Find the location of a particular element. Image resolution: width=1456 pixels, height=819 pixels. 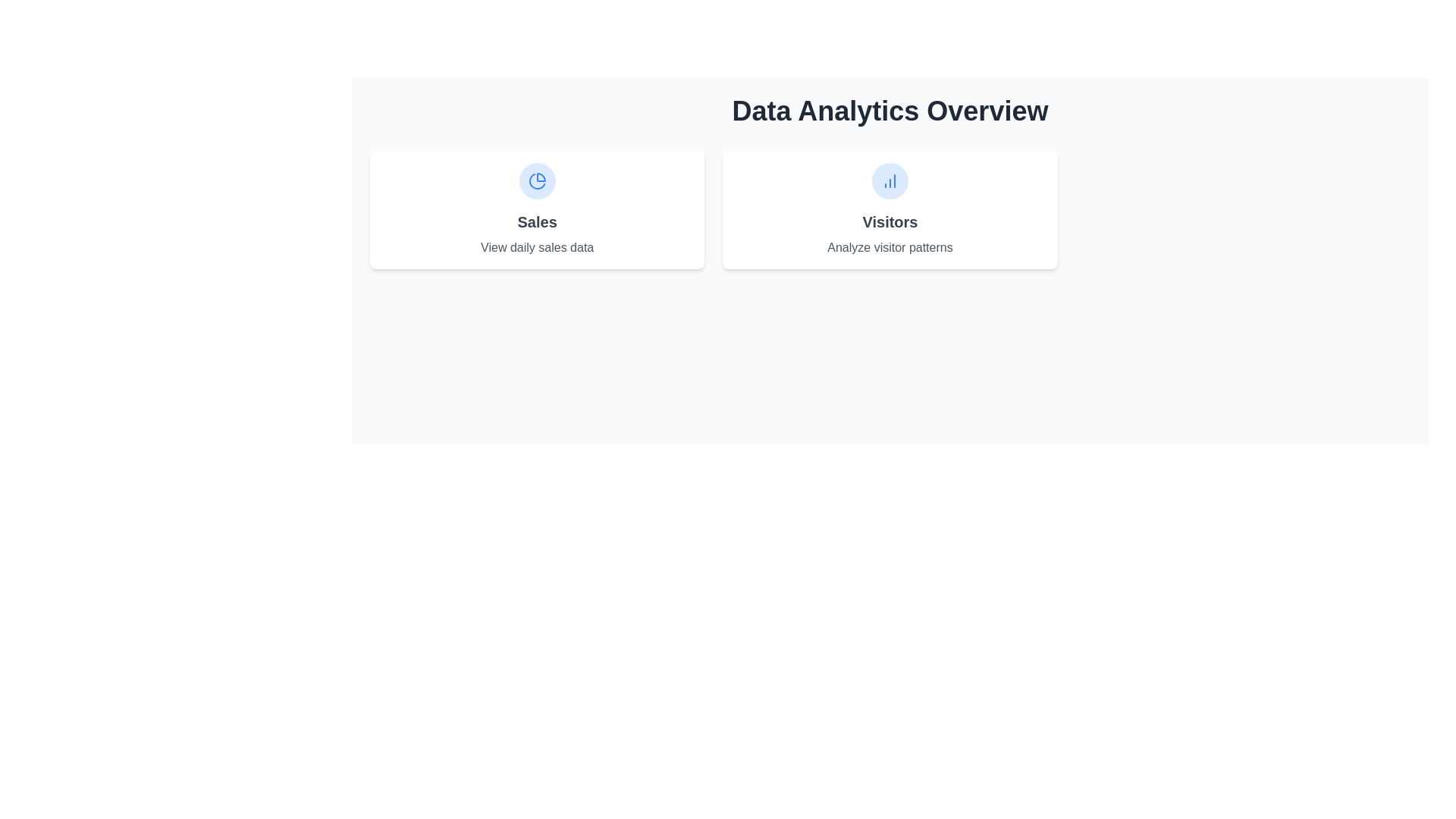

the circular UI component with a light blue background containing a pie chart icon, positioned centrally above the 'Sales' text in the card labeled 'Sales' is located at coordinates (537, 180).